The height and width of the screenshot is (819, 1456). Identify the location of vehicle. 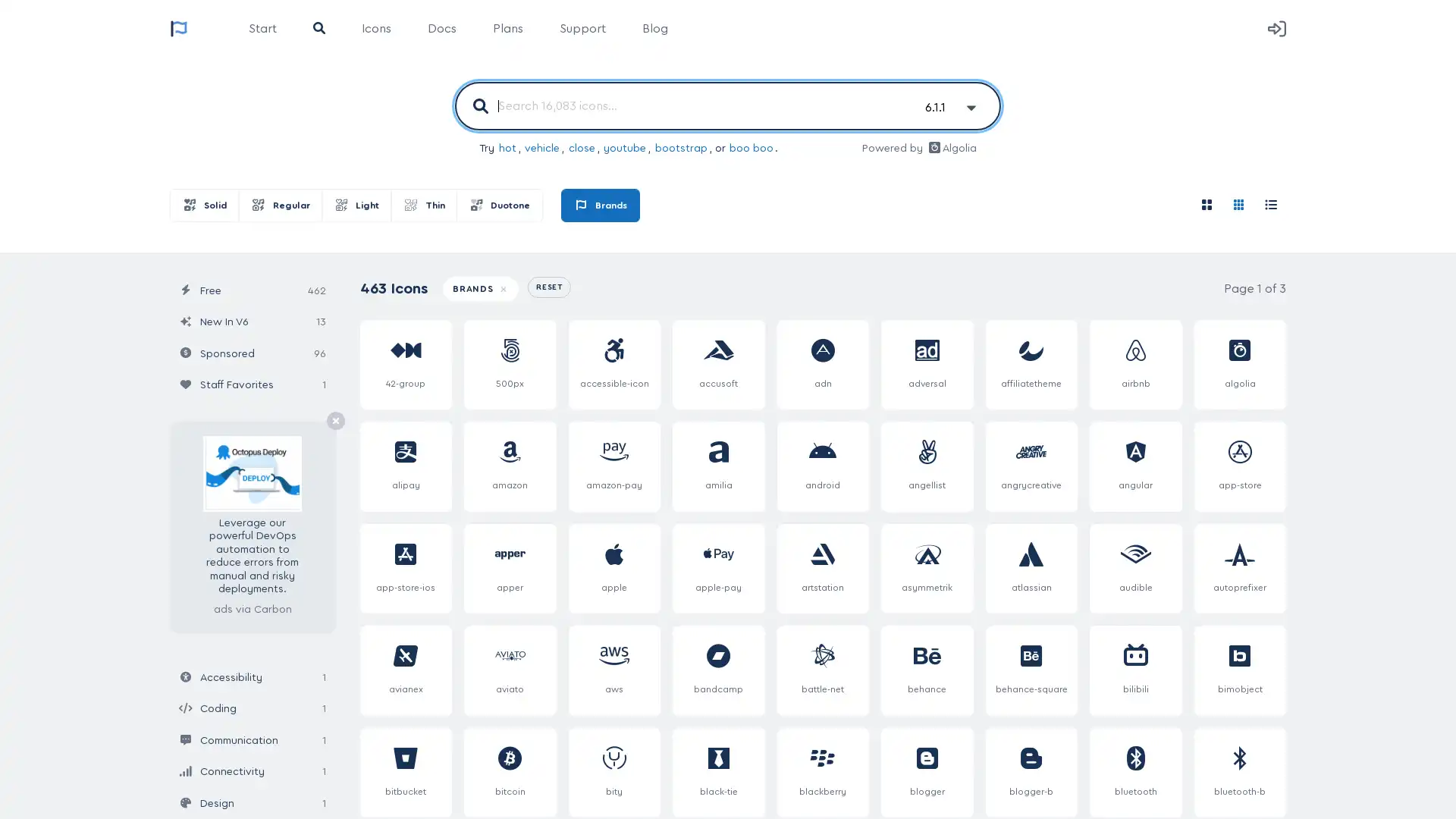
(542, 149).